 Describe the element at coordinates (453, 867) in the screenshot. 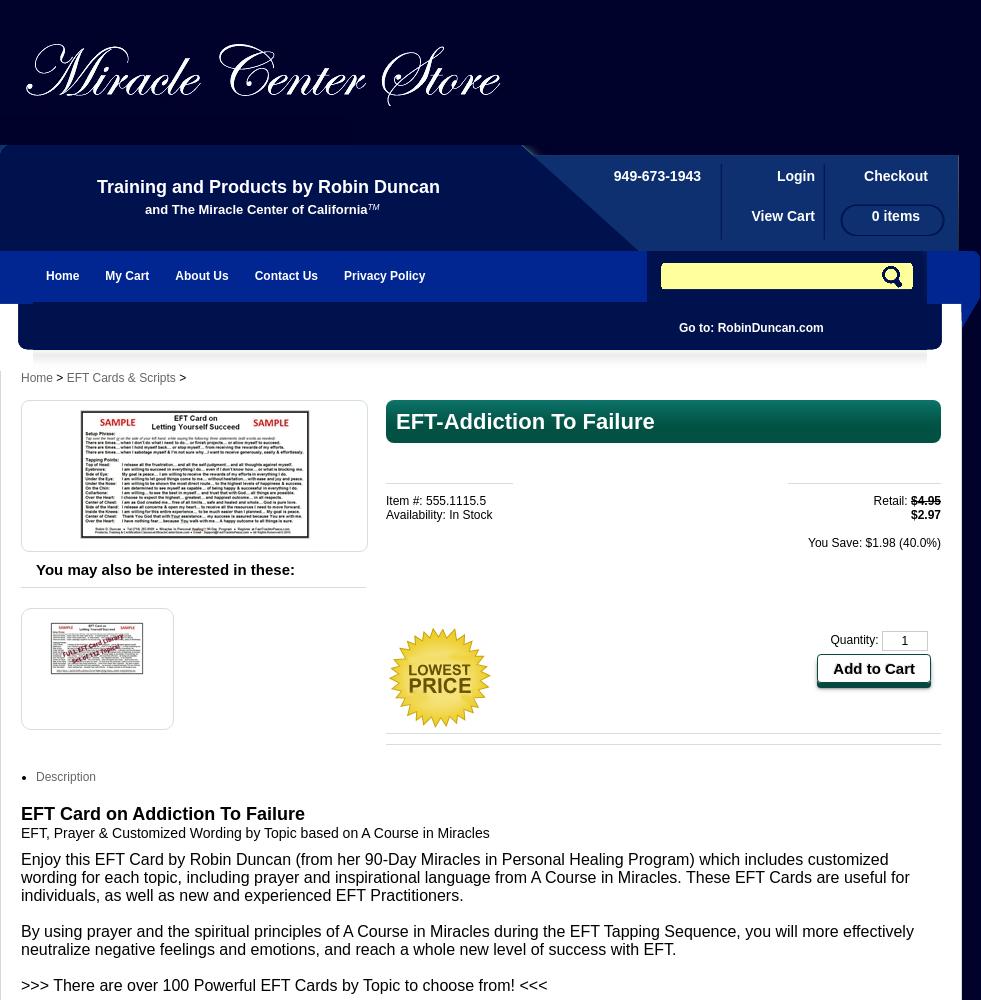

I see `'customized wording for each topic, including prayer and inspirational'` at that location.